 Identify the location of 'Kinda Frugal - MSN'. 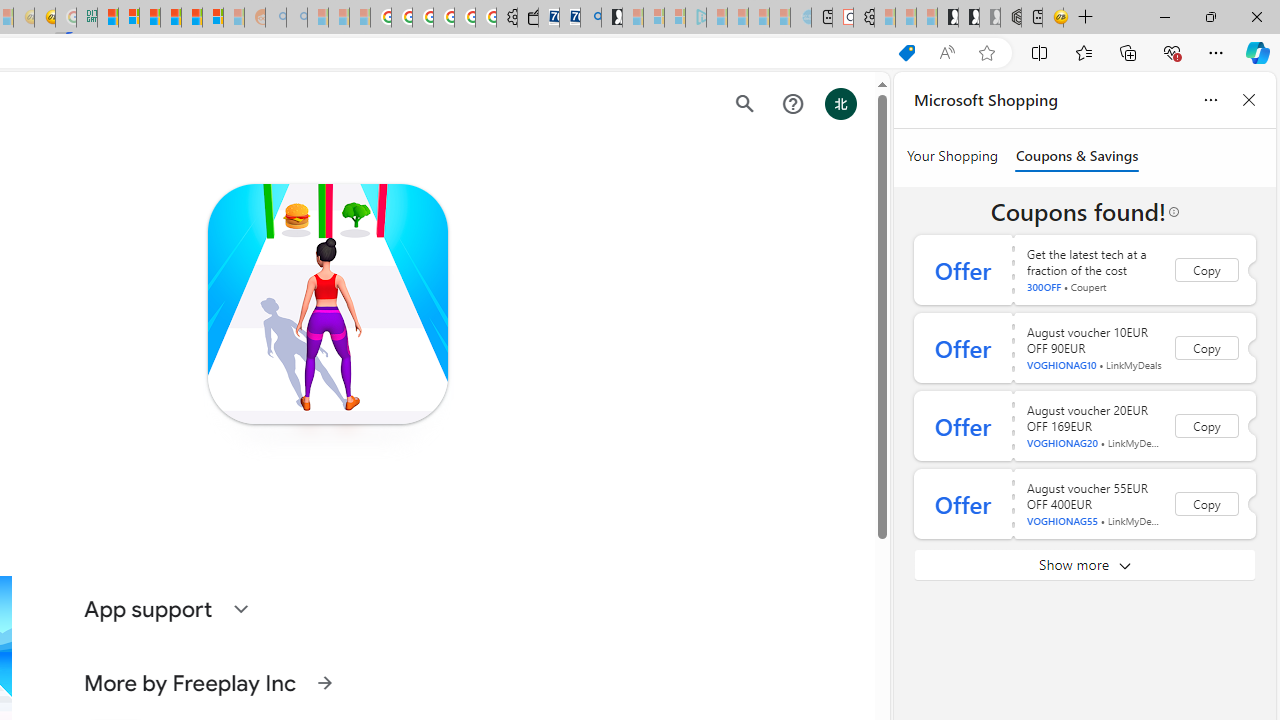
(192, 17).